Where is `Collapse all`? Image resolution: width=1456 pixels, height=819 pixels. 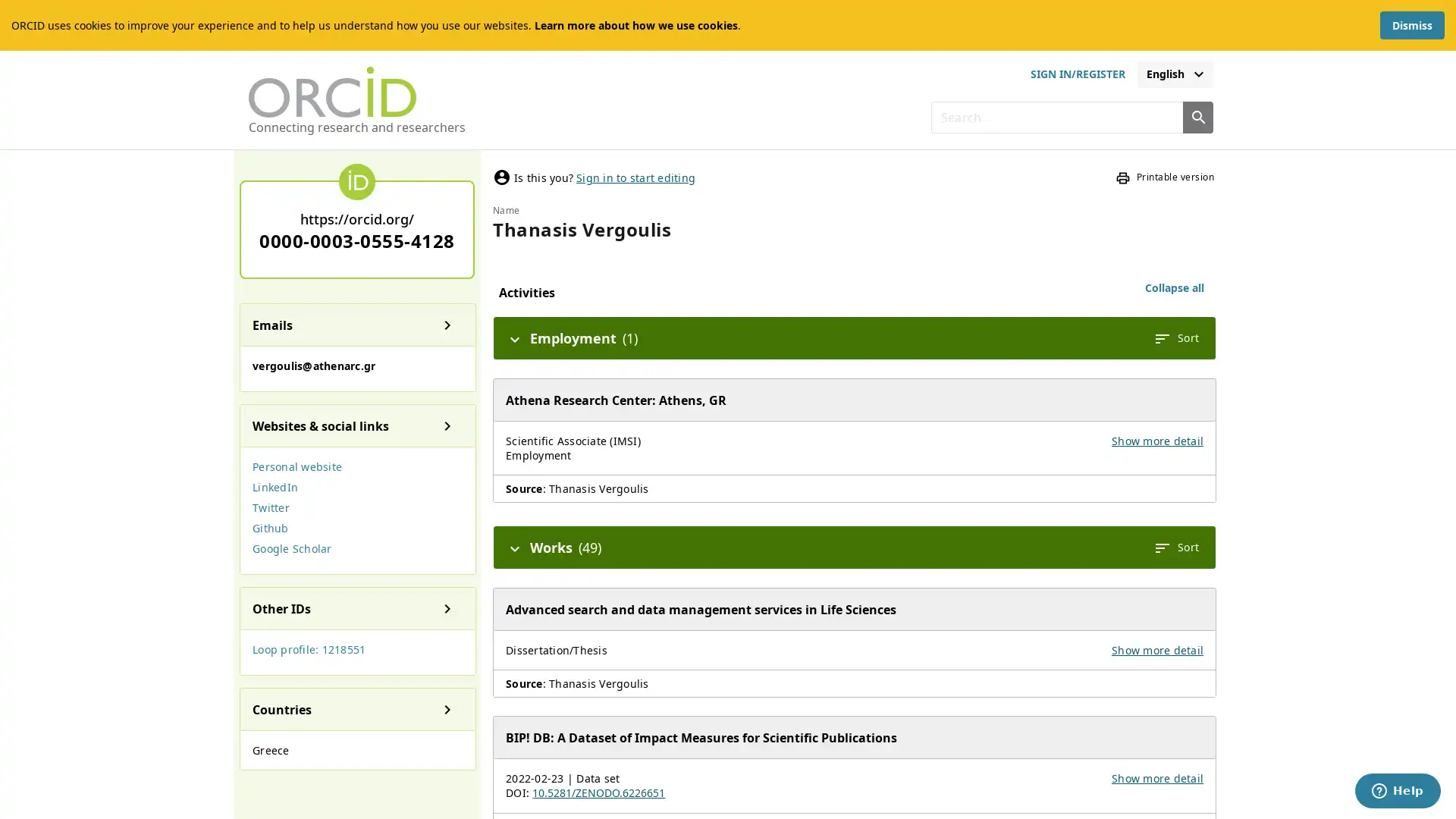 Collapse all is located at coordinates (1174, 288).